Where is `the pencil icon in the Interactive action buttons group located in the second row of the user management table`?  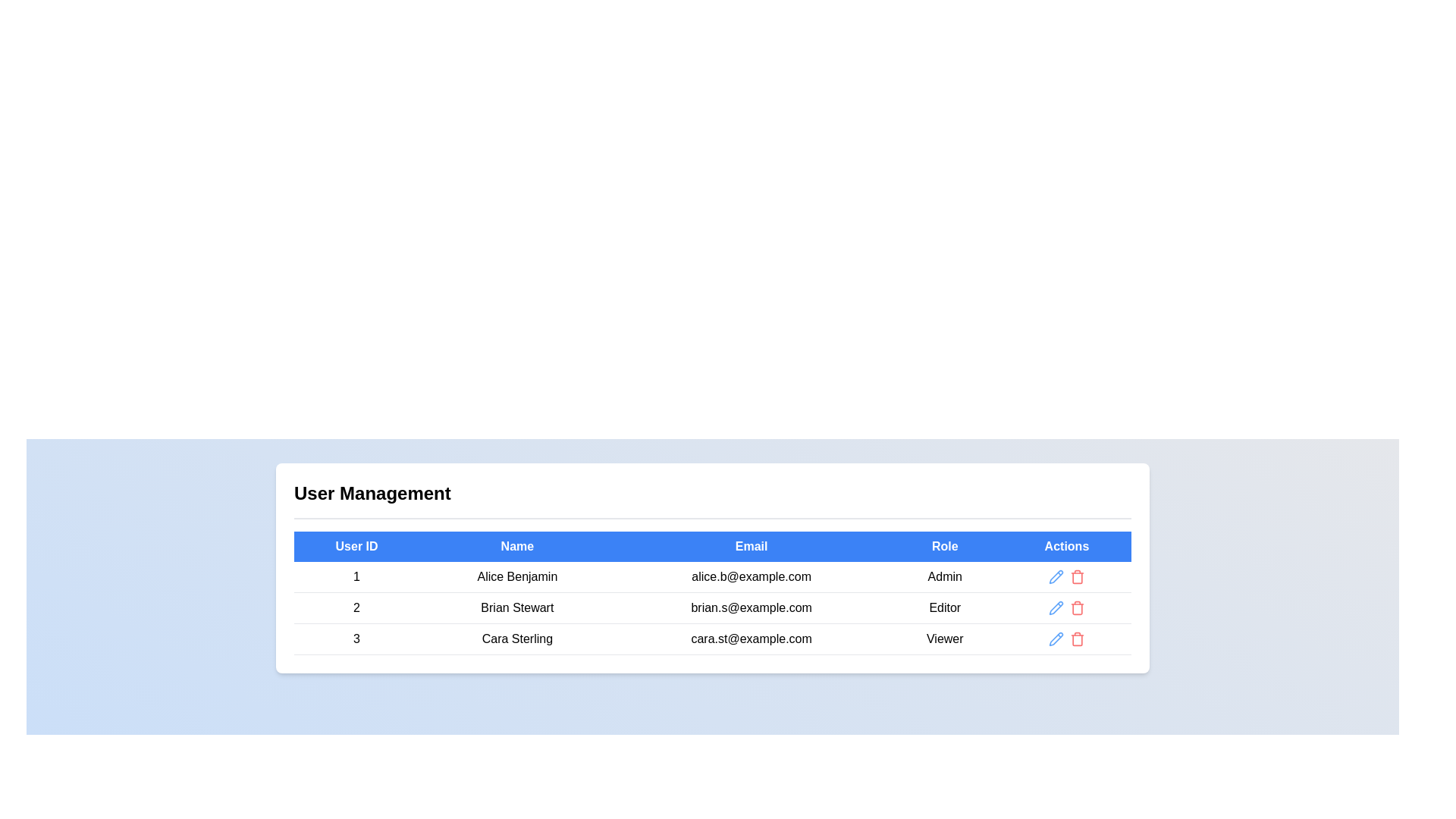
the pencil icon in the Interactive action buttons group located in the second row of the user management table is located at coordinates (1065, 607).